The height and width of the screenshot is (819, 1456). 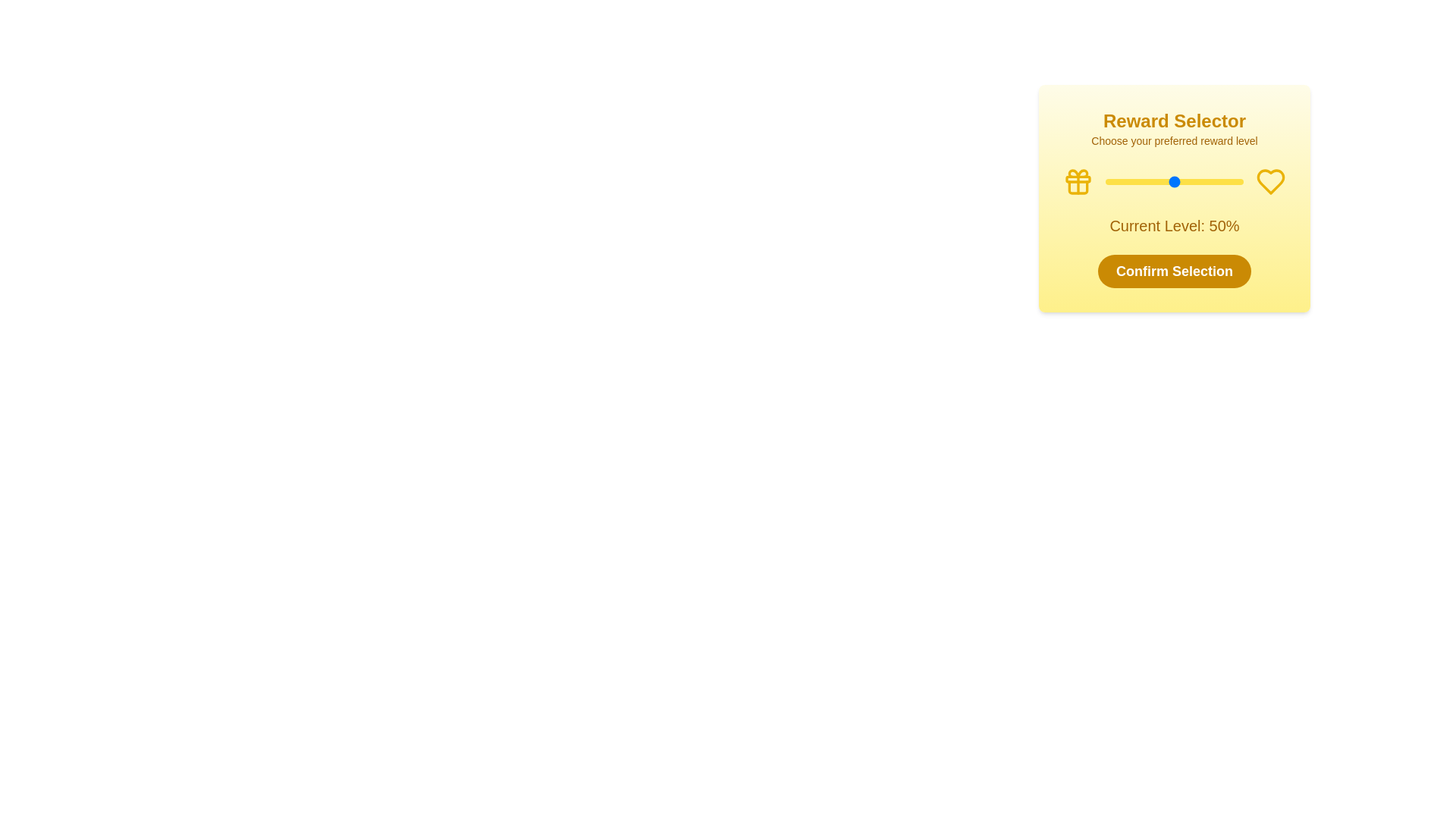 I want to click on the reward level, so click(x=1229, y=180).